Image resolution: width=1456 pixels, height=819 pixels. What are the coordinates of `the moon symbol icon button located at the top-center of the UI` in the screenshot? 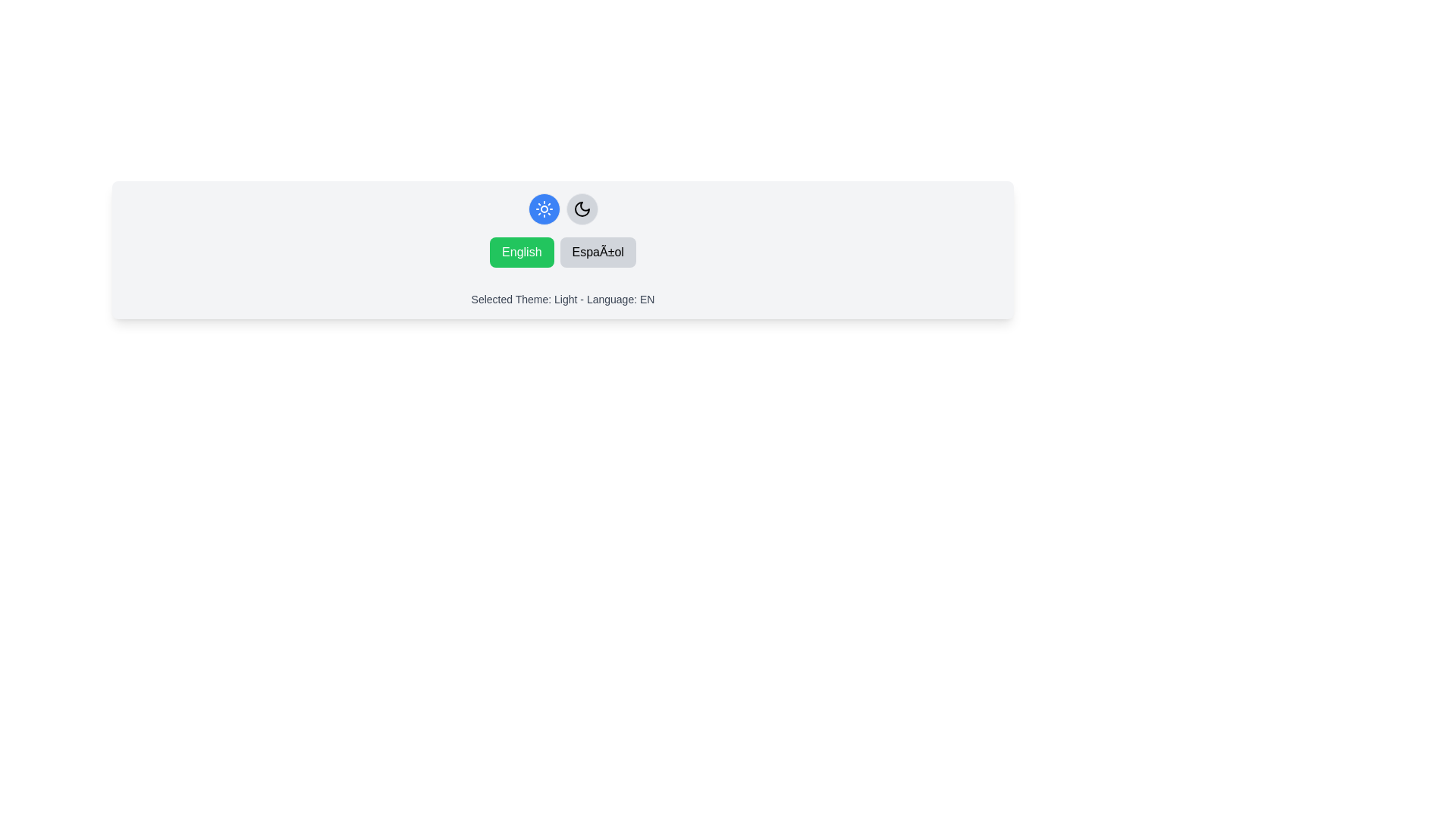 It's located at (581, 209).